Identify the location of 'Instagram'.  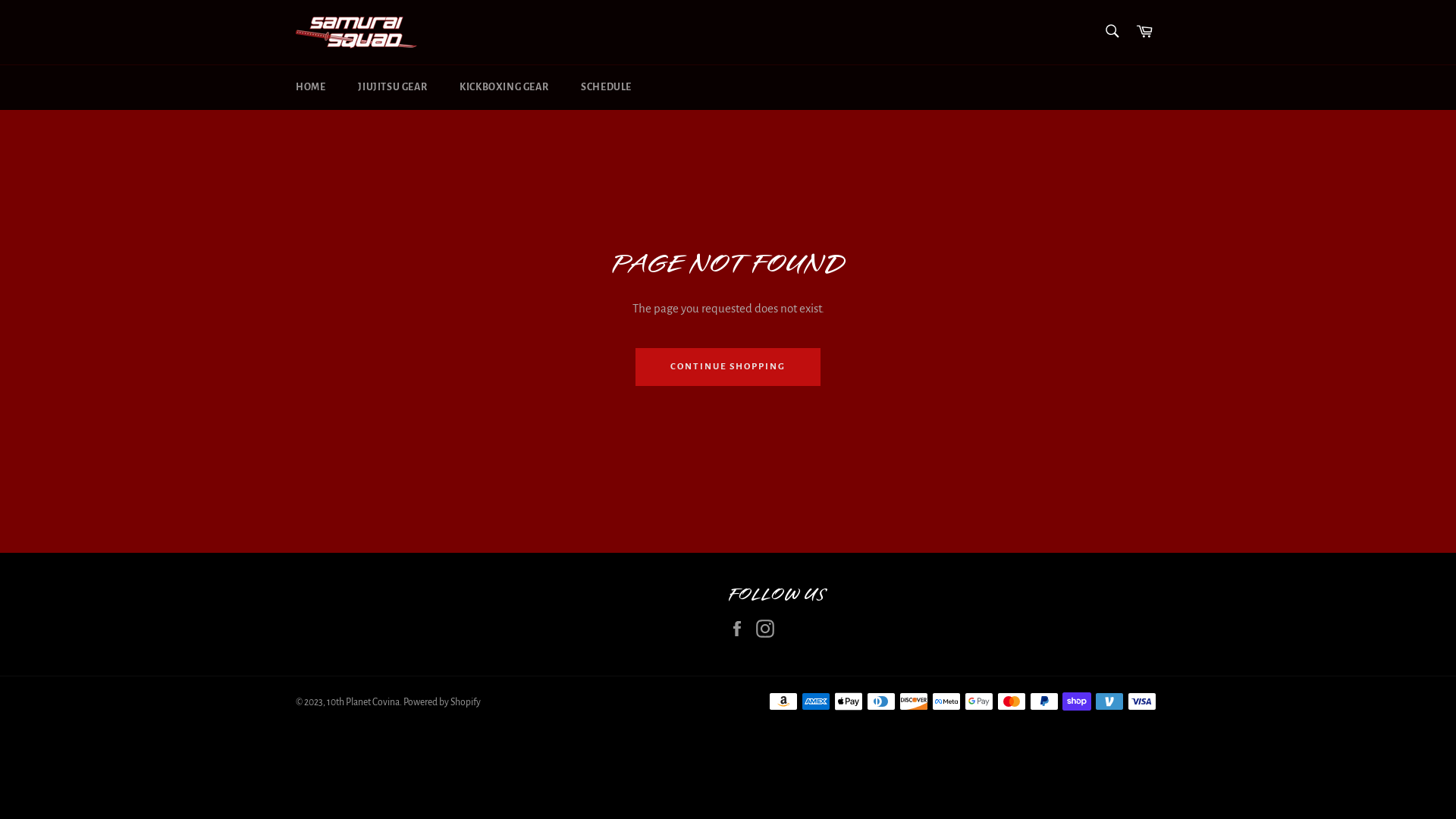
(768, 628).